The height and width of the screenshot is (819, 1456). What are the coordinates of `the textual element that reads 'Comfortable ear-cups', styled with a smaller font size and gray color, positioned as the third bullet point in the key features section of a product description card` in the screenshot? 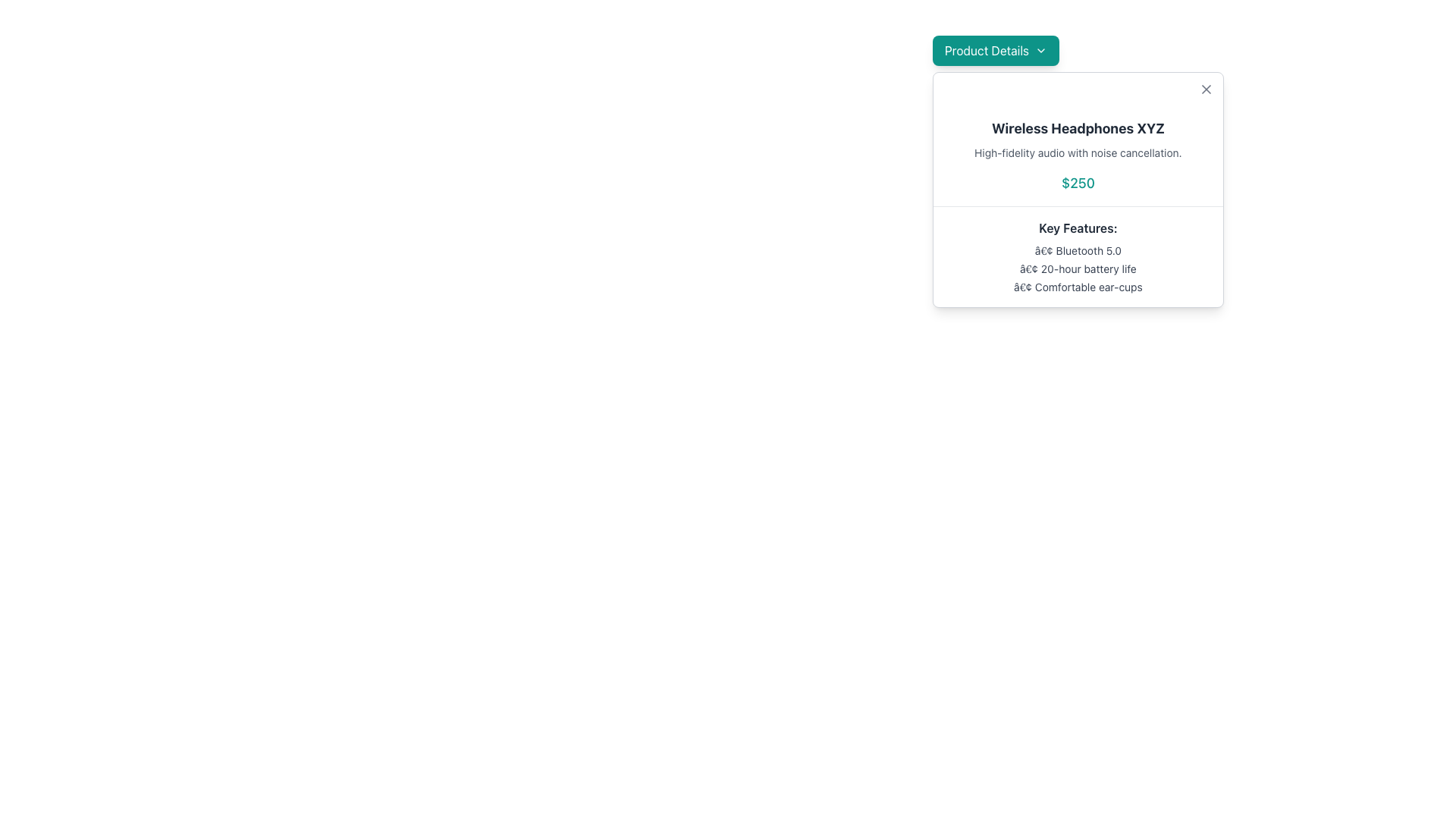 It's located at (1077, 287).